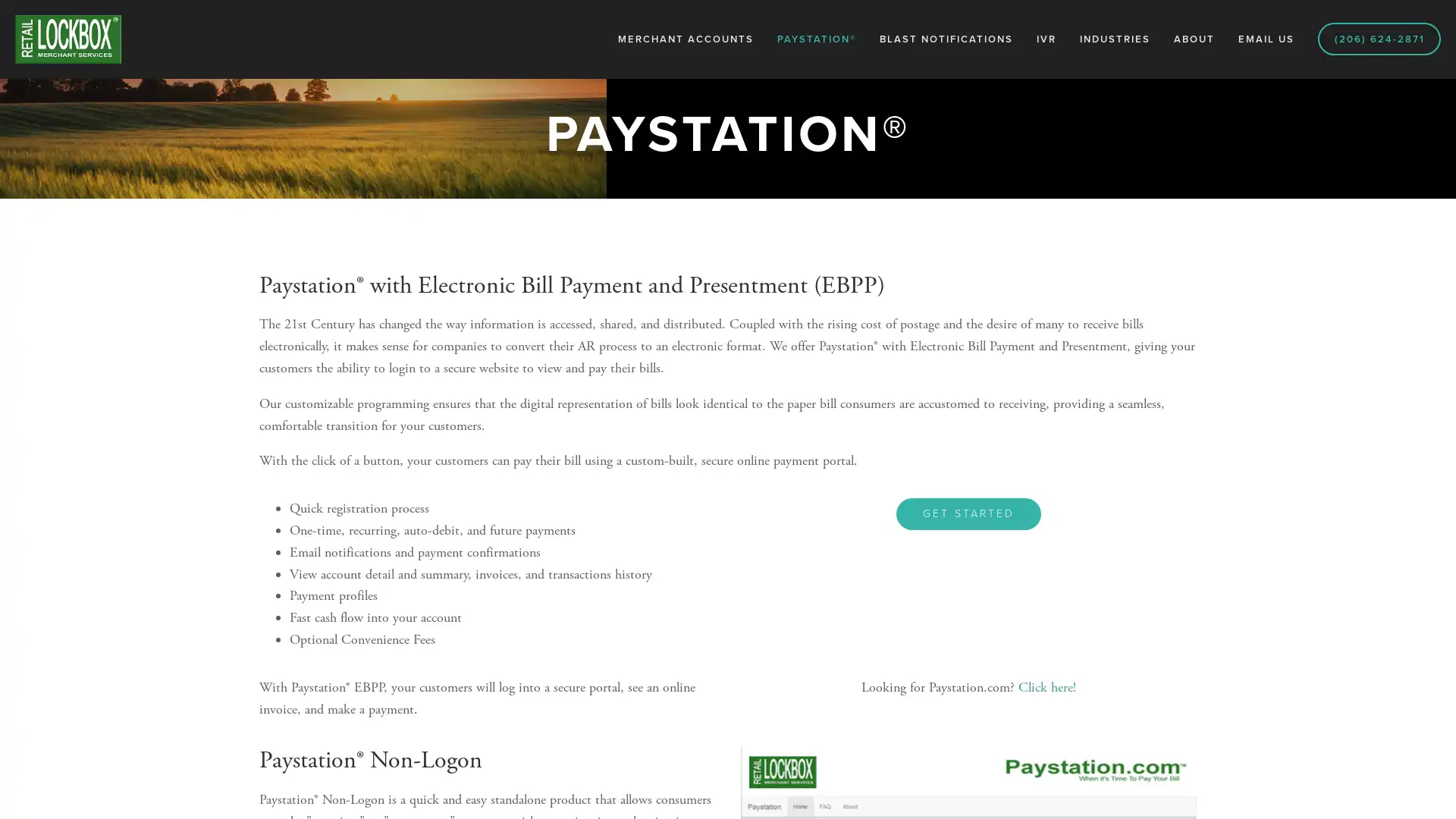 The height and width of the screenshot is (819, 1456). I want to click on GET STARTED, so click(968, 513).